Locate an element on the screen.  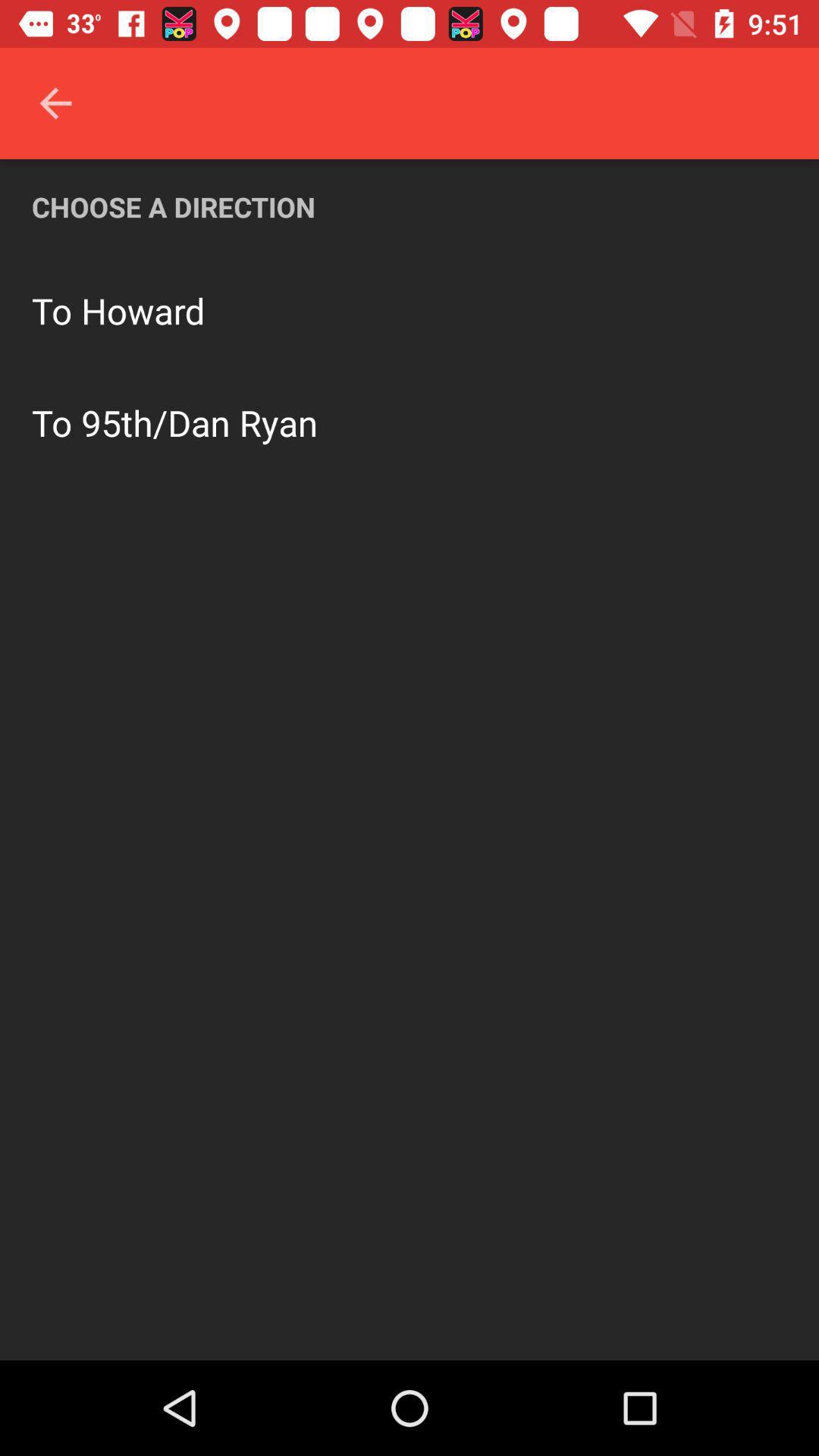
howard icon is located at coordinates (143, 309).